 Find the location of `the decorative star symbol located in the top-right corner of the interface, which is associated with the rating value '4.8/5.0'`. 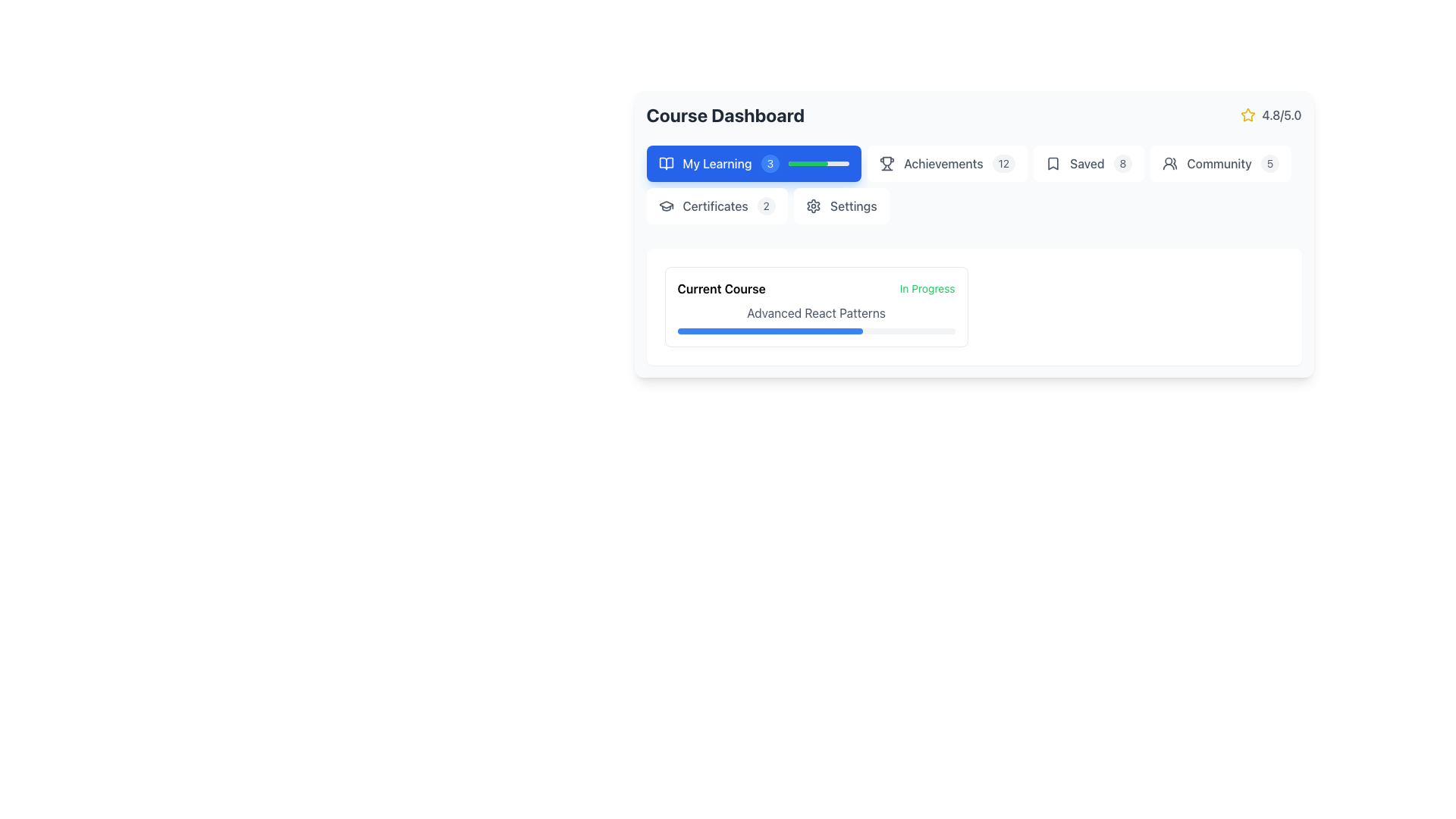

the decorative star symbol located in the top-right corner of the interface, which is associated with the rating value '4.8/5.0' is located at coordinates (1248, 114).